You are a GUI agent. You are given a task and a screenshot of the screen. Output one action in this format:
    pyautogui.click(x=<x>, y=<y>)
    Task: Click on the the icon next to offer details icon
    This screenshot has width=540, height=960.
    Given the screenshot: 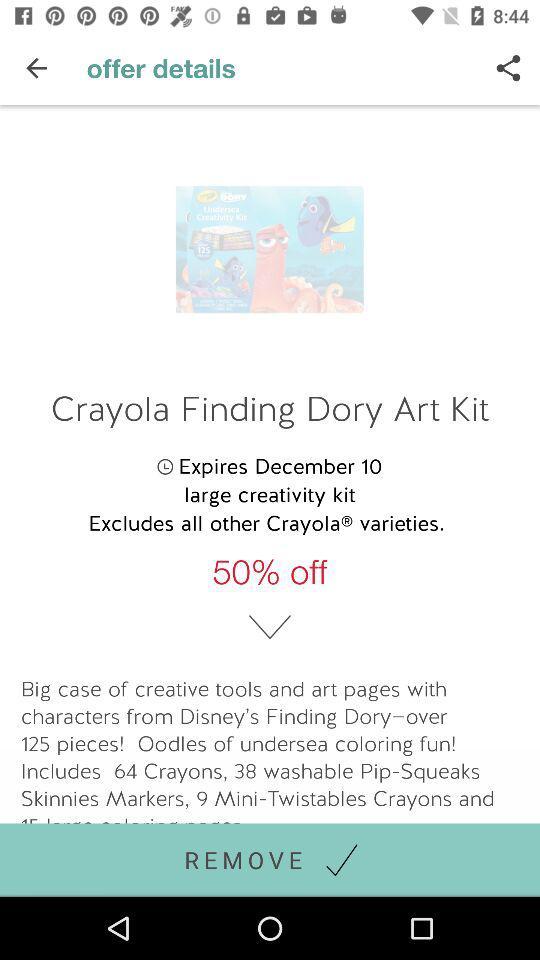 What is the action you would take?
    pyautogui.click(x=508, y=68)
    